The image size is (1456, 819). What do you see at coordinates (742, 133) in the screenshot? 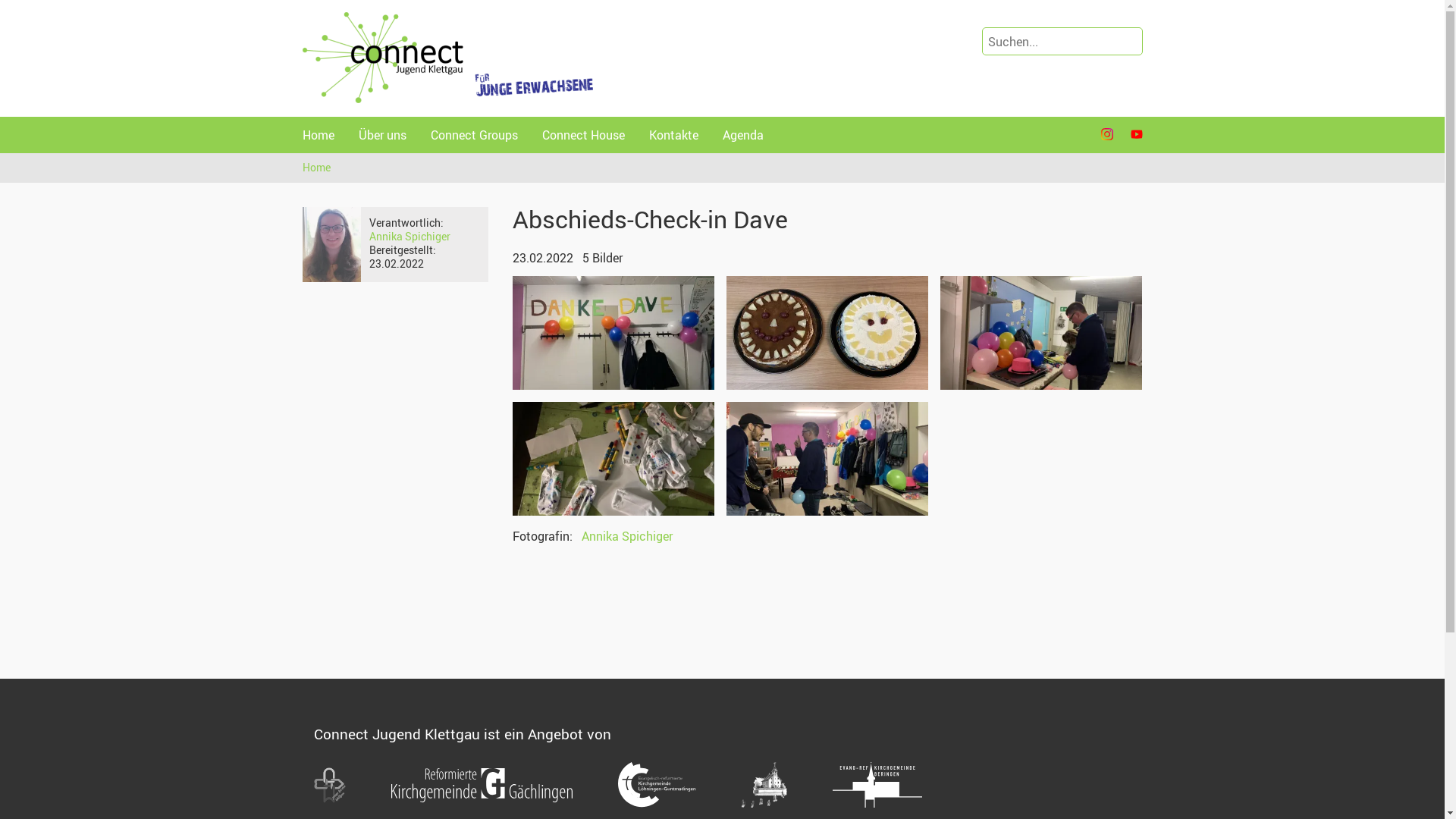
I see `'Agenda'` at bounding box center [742, 133].